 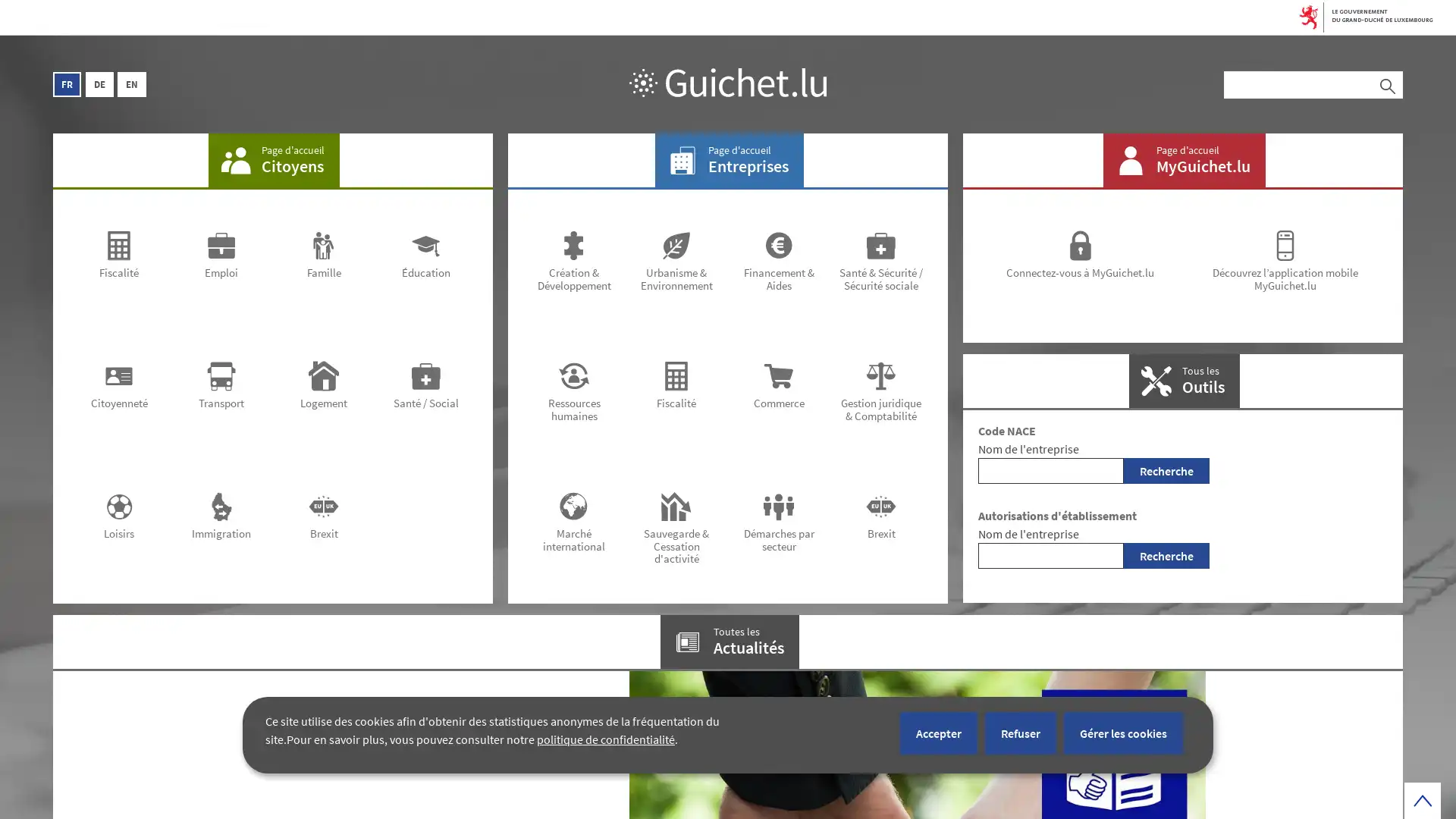 I want to click on Refuser, so click(x=1020, y=733).